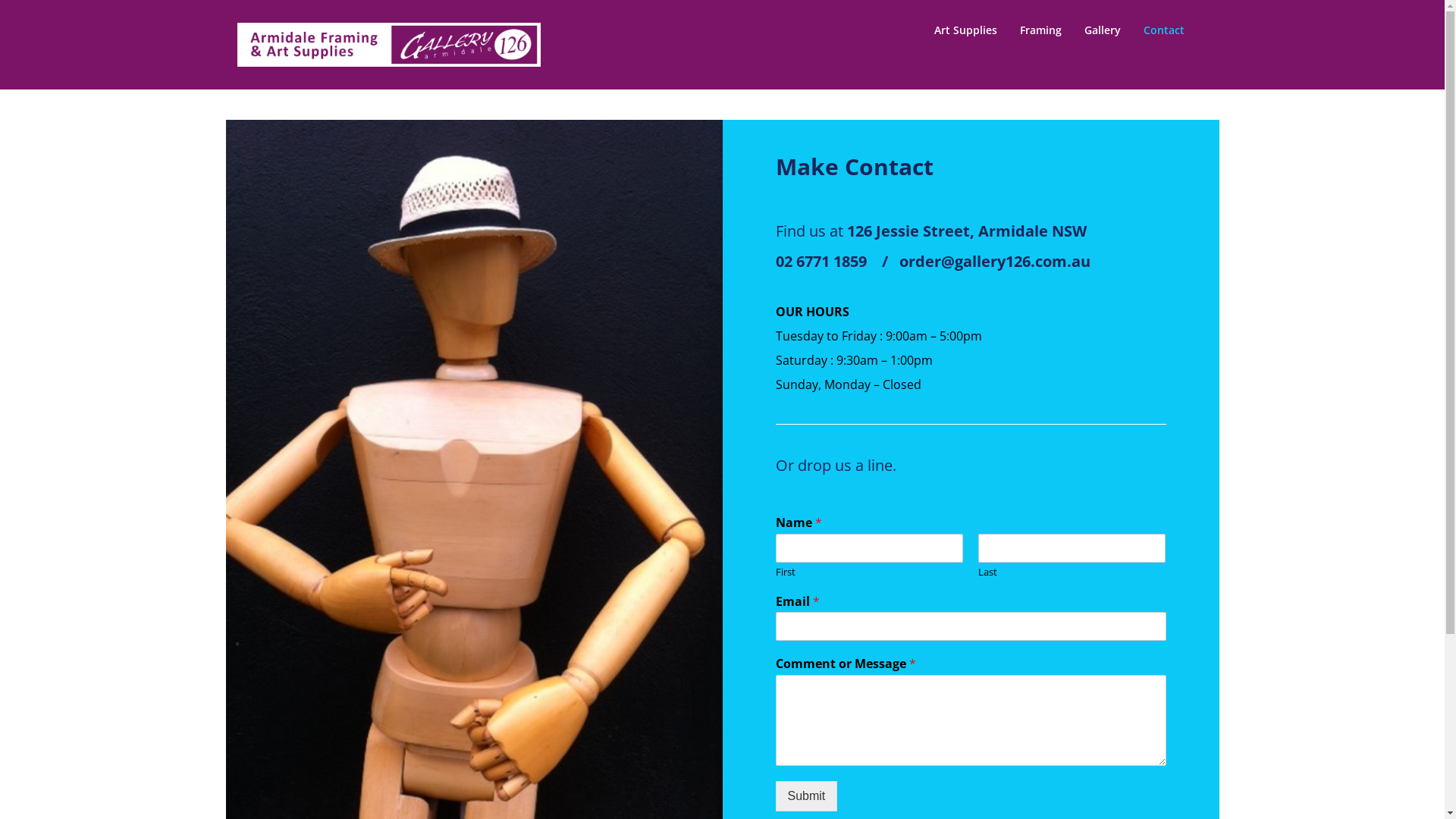 Image resolution: width=1456 pixels, height=819 pixels. I want to click on 'Contact', so click(1163, 30).